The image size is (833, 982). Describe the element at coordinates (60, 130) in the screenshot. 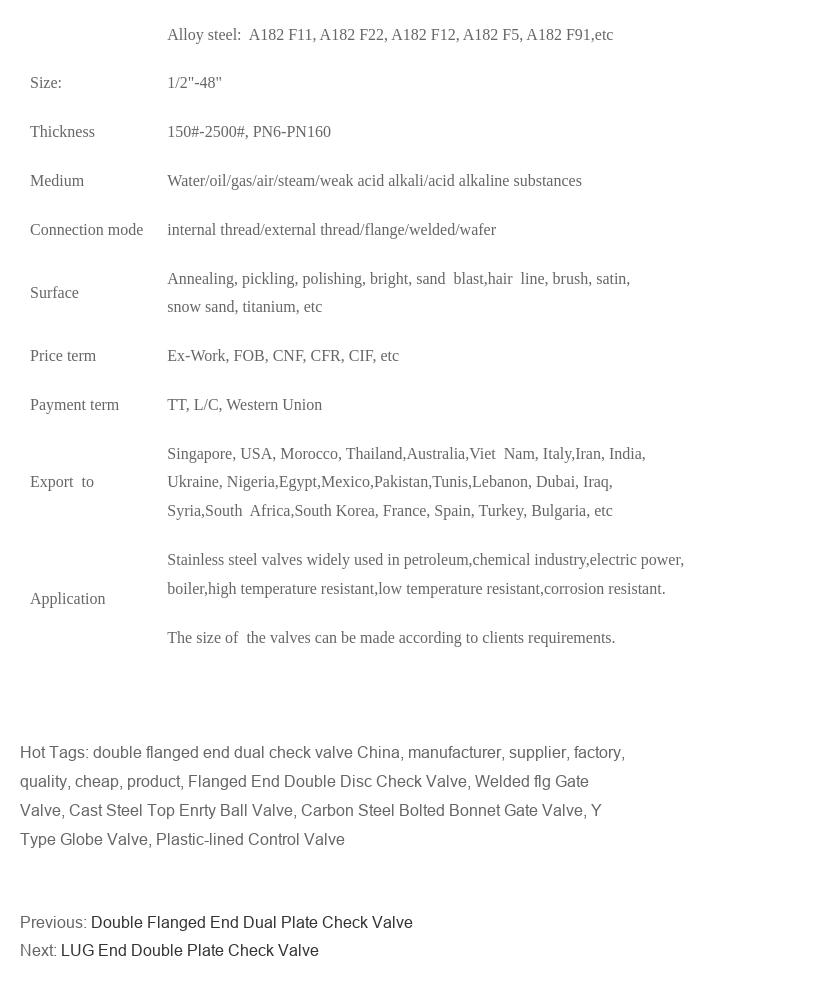

I see `'Thickness'` at that location.